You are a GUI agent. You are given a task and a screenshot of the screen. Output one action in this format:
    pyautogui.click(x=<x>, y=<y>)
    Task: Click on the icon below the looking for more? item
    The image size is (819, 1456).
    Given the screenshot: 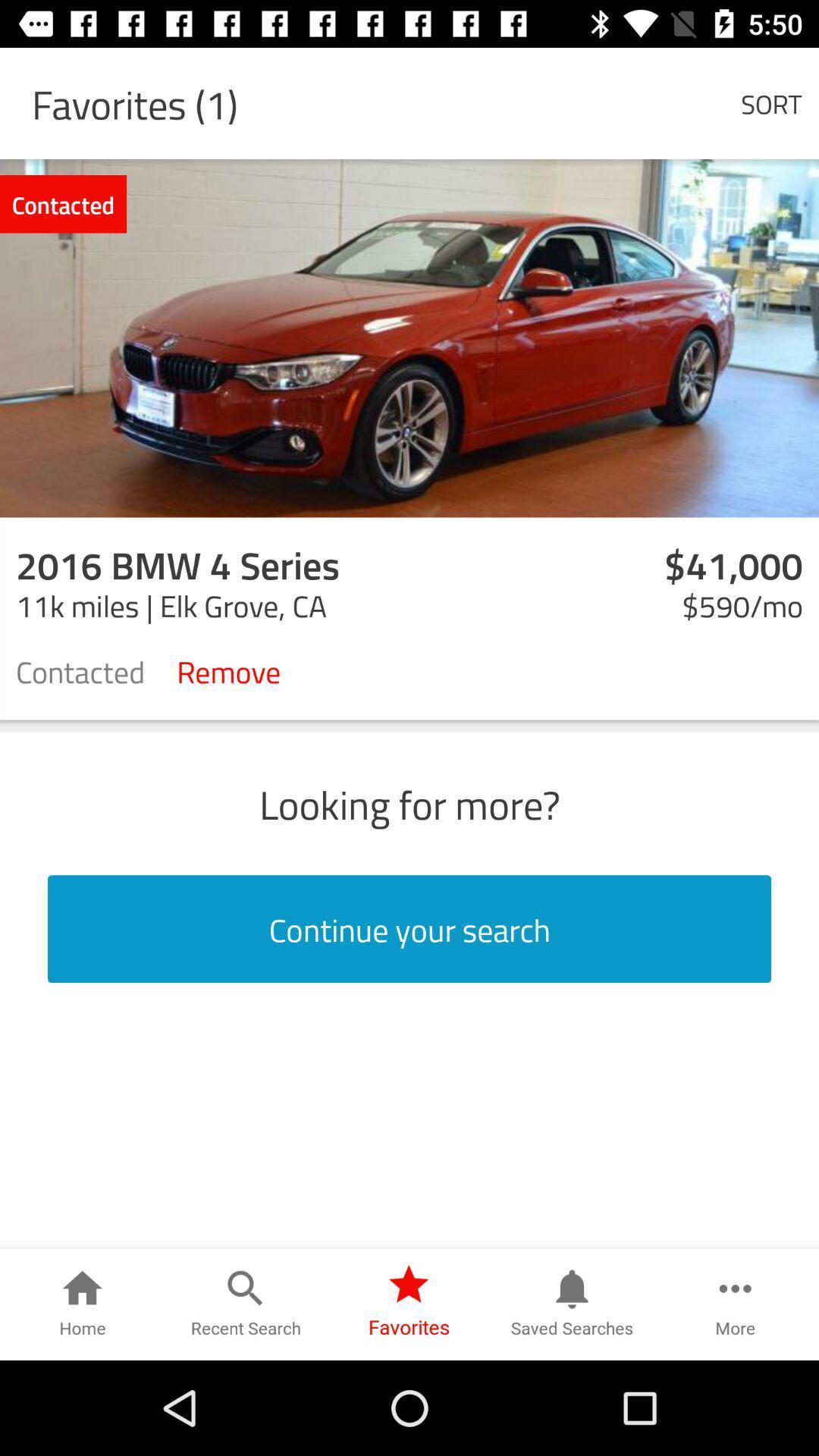 What is the action you would take?
    pyautogui.click(x=409, y=928)
    